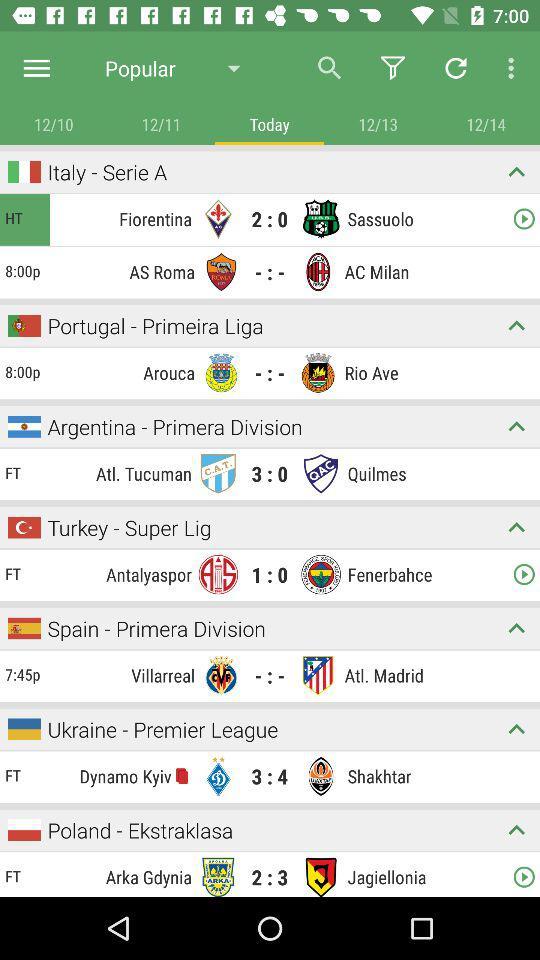 The width and height of the screenshot is (540, 960). What do you see at coordinates (516, 728) in the screenshot?
I see `up` at bounding box center [516, 728].